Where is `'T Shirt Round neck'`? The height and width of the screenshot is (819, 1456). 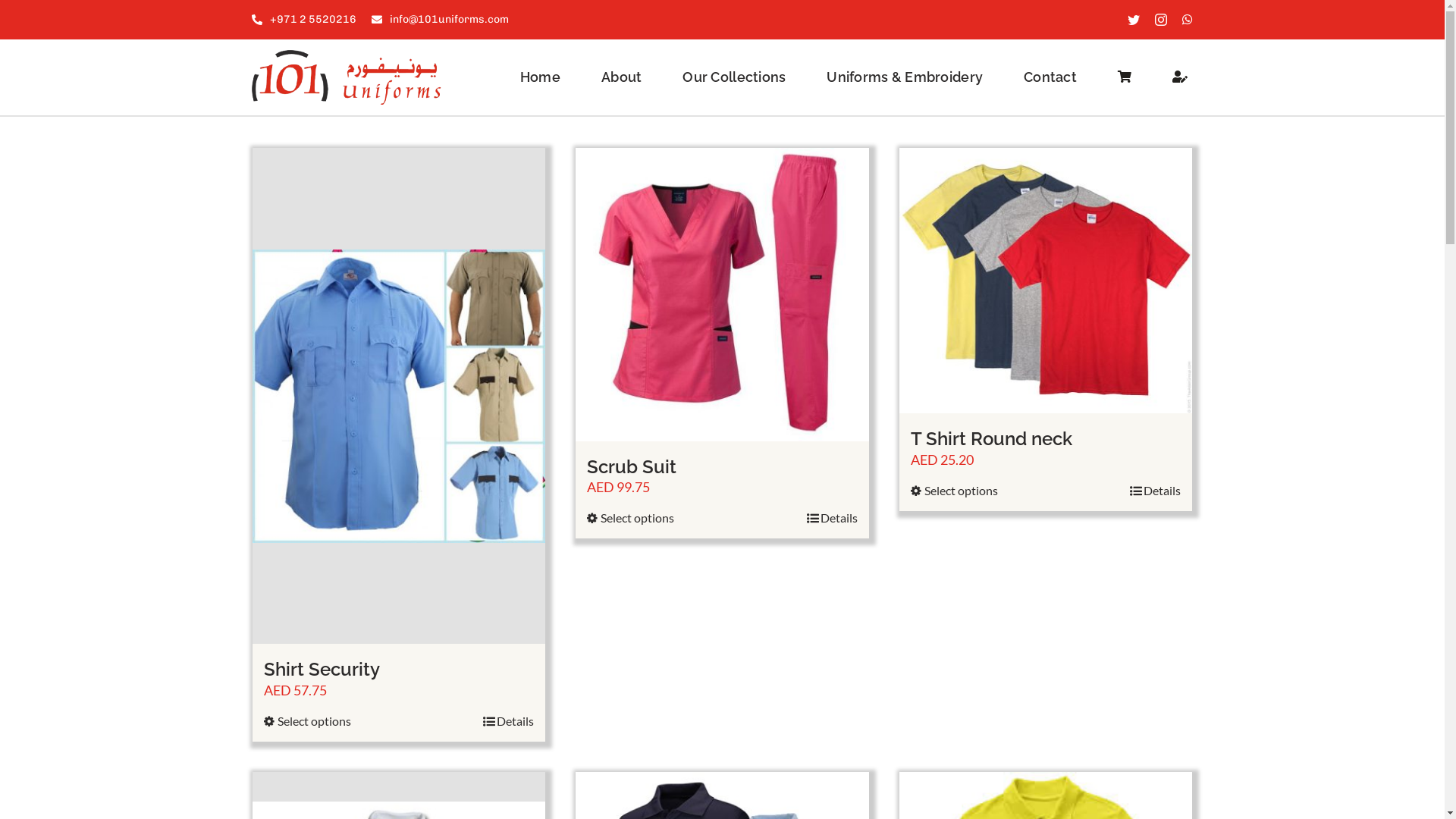
'T Shirt Round neck' is located at coordinates (991, 438).